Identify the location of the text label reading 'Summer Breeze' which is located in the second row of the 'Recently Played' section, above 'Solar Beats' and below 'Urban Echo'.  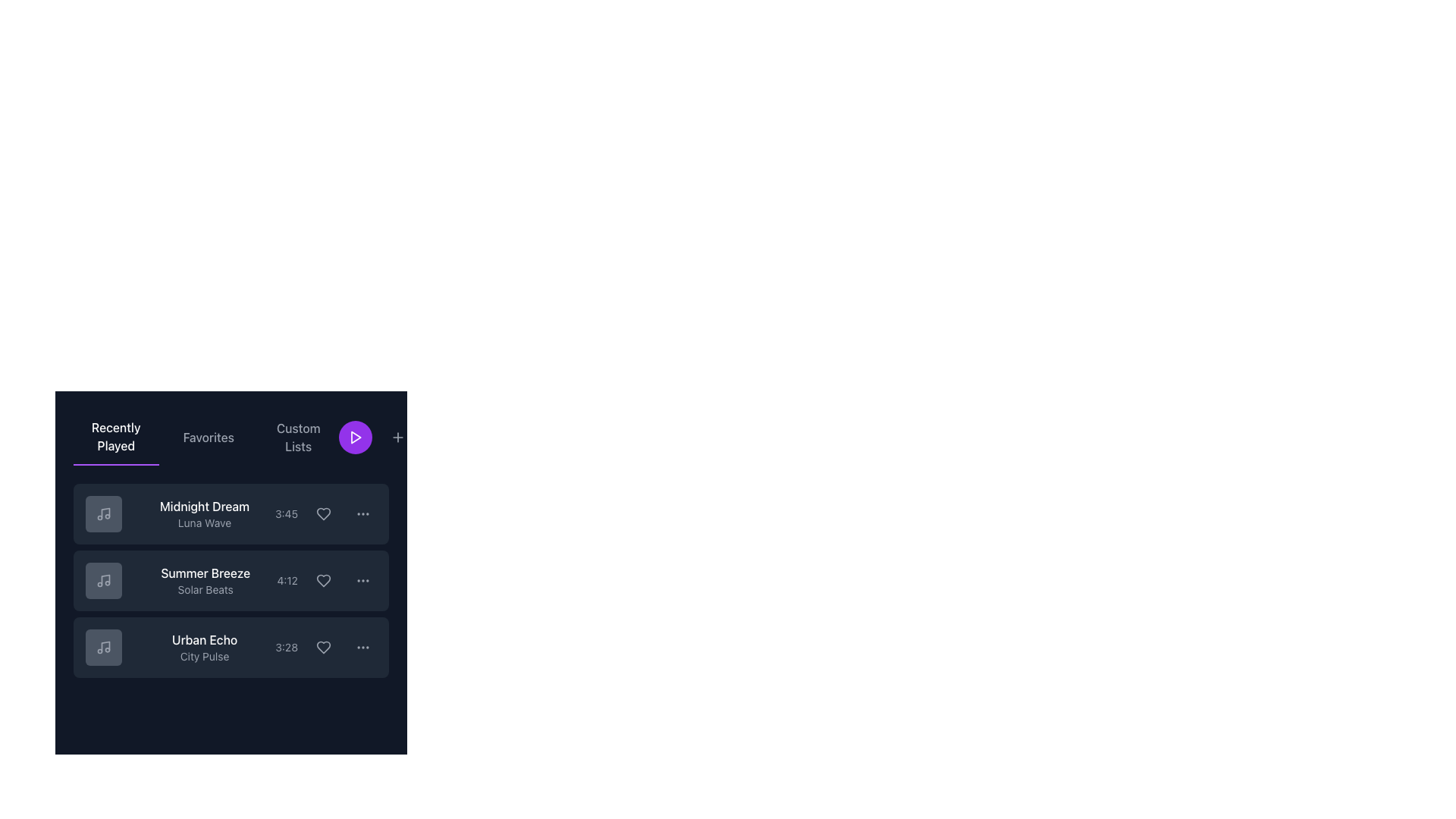
(205, 573).